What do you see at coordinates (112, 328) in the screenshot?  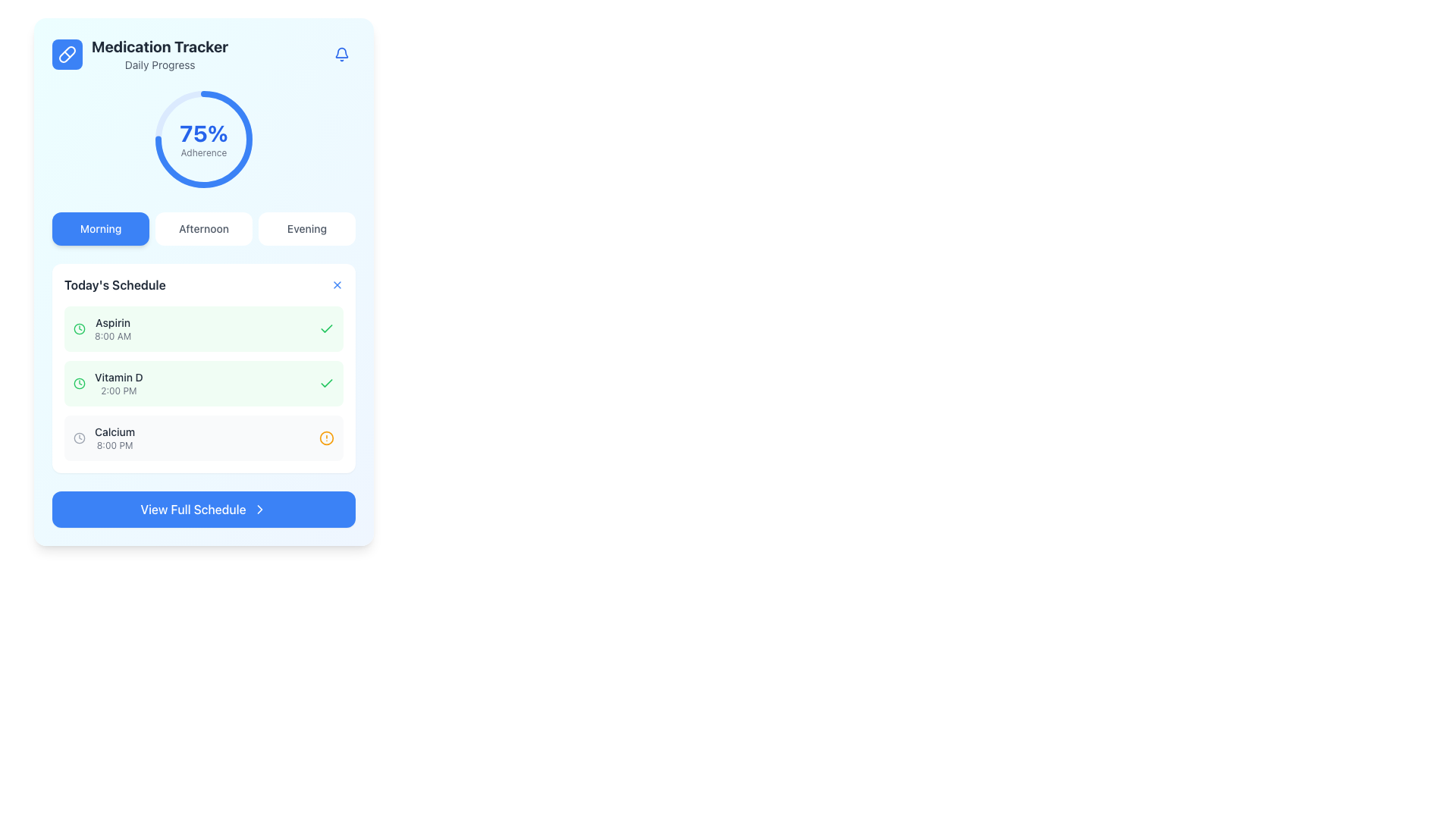 I see `the scheduled medication display for 'Aspirin' at 8:00 AM, located at the top of the 'Today's Schedule' list` at bounding box center [112, 328].